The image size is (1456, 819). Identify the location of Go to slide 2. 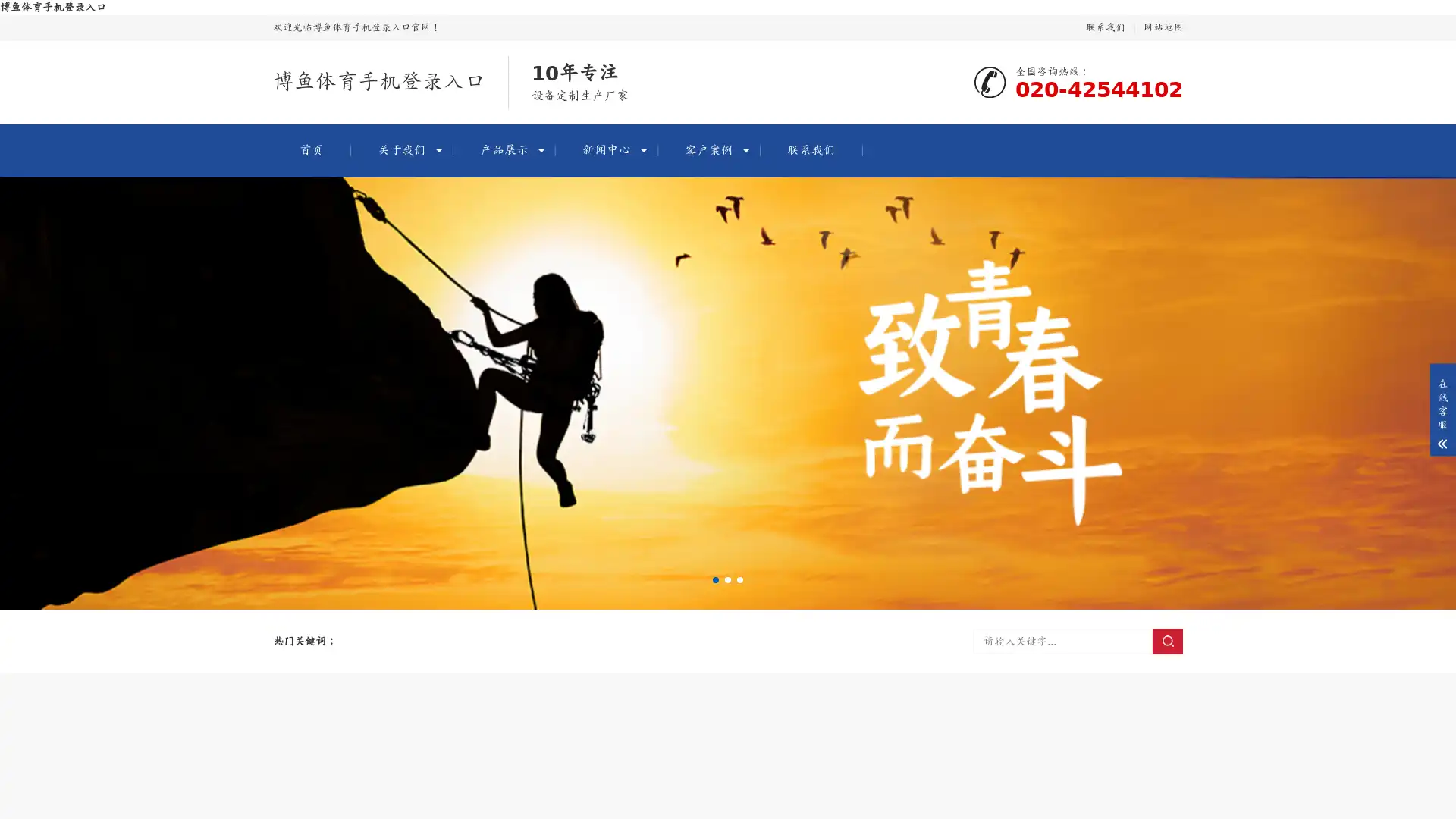
(728, 579).